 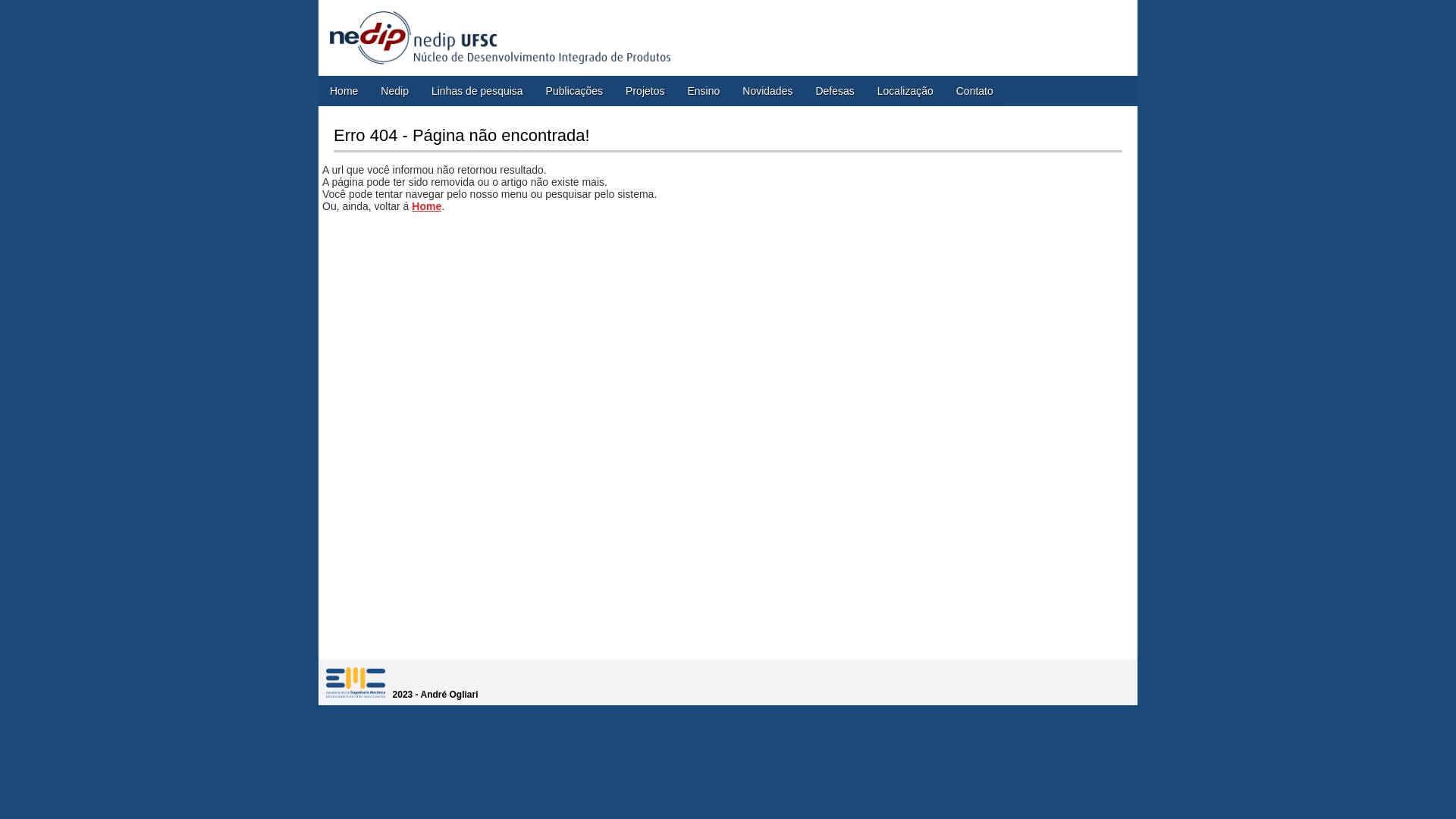 What do you see at coordinates (476, 90) in the screenshot?
I see `'Linhas de pesquisa'` at bounding box center [476, 90].